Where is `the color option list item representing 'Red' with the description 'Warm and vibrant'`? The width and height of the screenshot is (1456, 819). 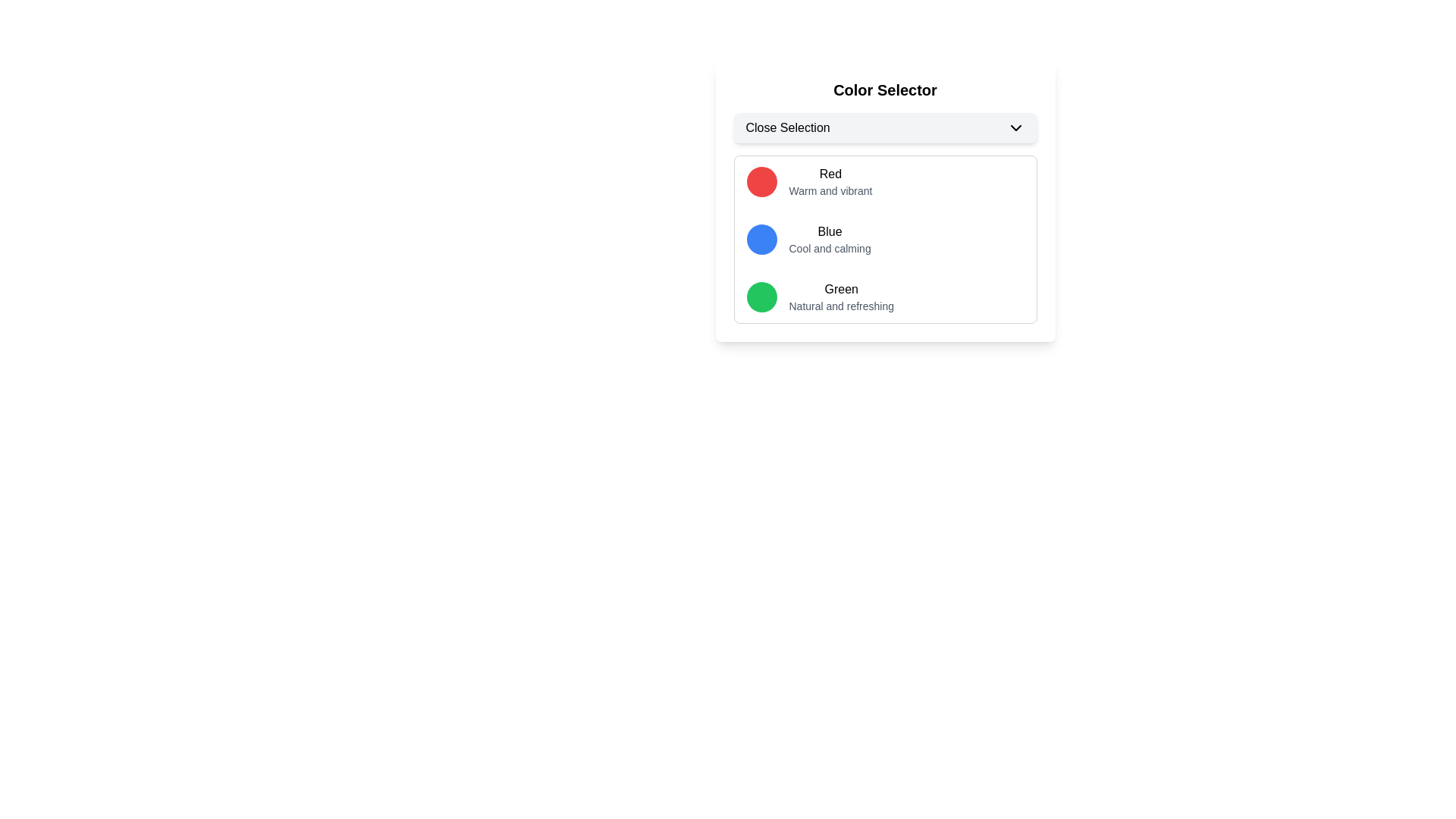 the color option list item representing 'Red' with the description 'Warm and vibrant' is located at coordinates (885, 180).